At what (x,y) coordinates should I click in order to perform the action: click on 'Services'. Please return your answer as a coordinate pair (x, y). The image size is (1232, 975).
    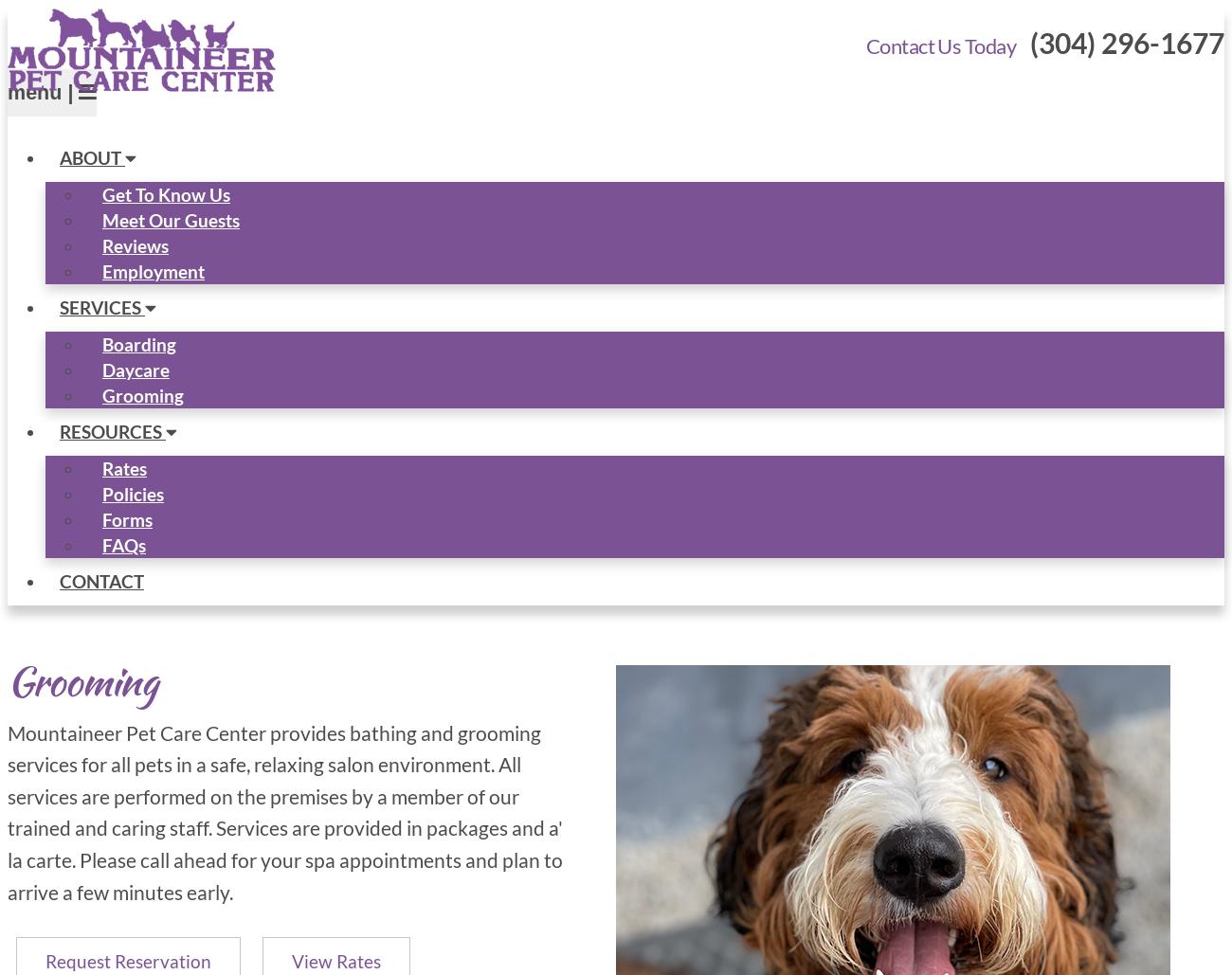
    Looking at the image, I should click on (102, 306).